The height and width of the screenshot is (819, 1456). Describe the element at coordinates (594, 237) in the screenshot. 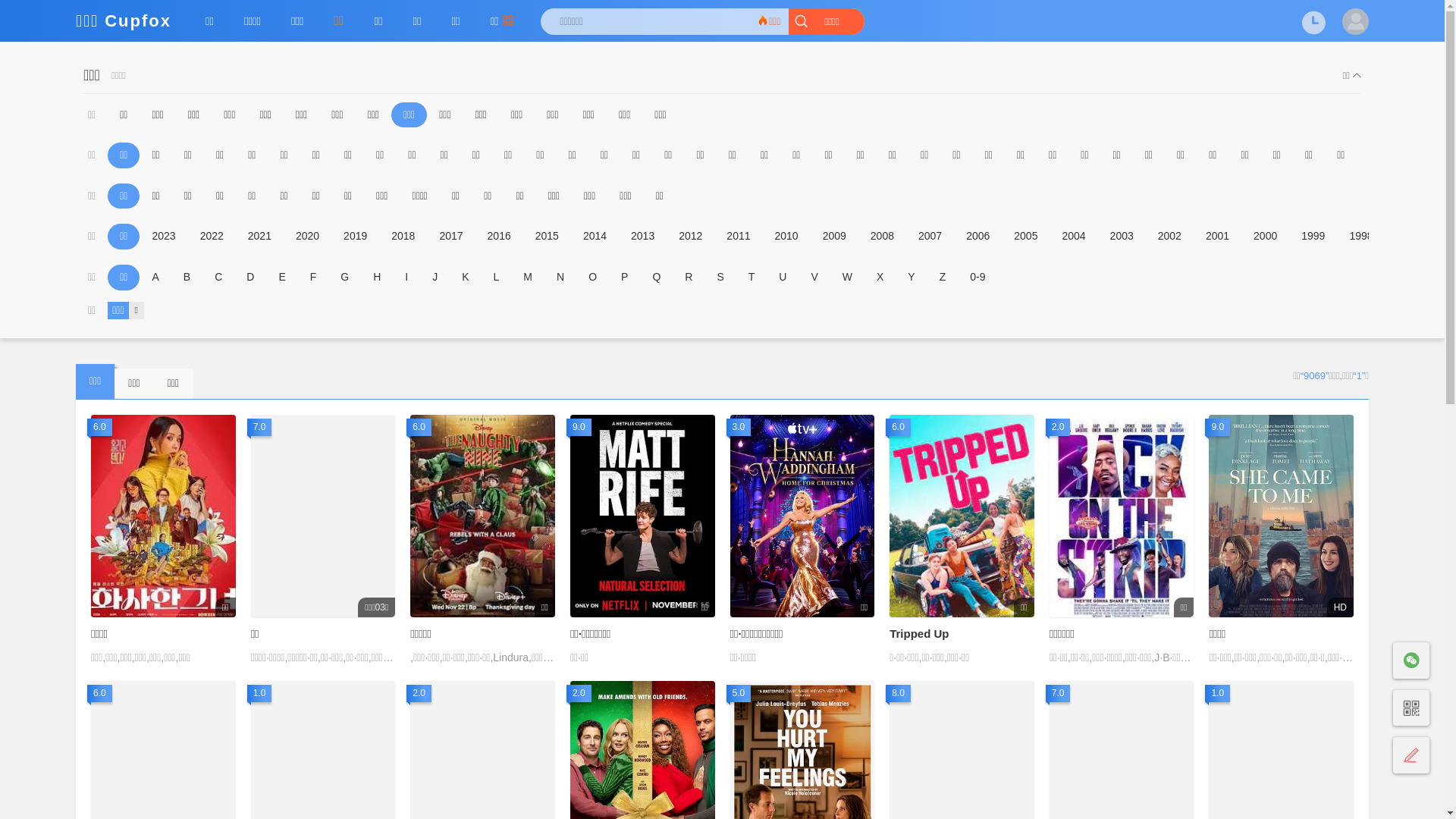

I see `'2014'` at that location.